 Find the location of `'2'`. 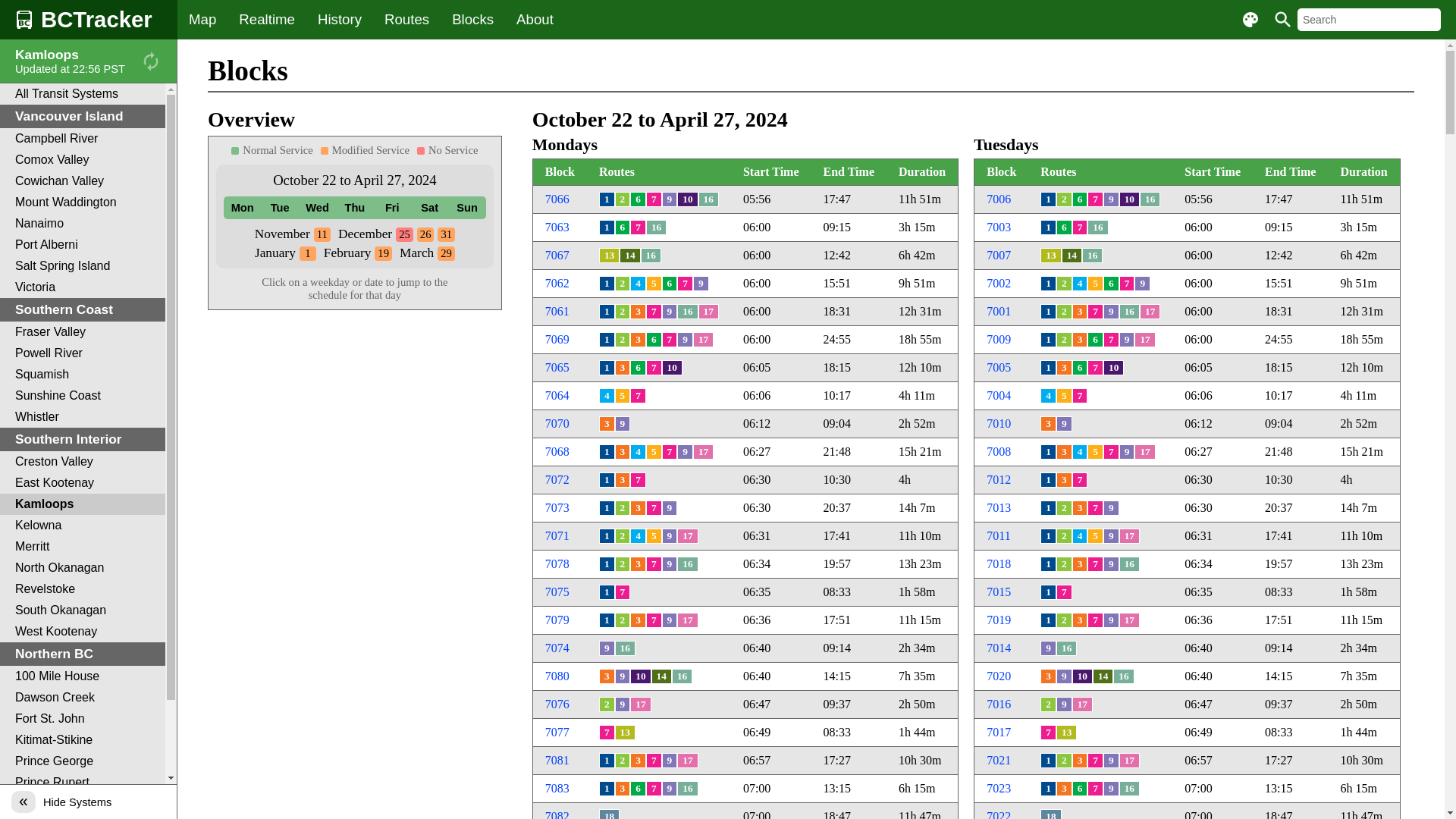

'2' is located at coordinates (1063, 508).